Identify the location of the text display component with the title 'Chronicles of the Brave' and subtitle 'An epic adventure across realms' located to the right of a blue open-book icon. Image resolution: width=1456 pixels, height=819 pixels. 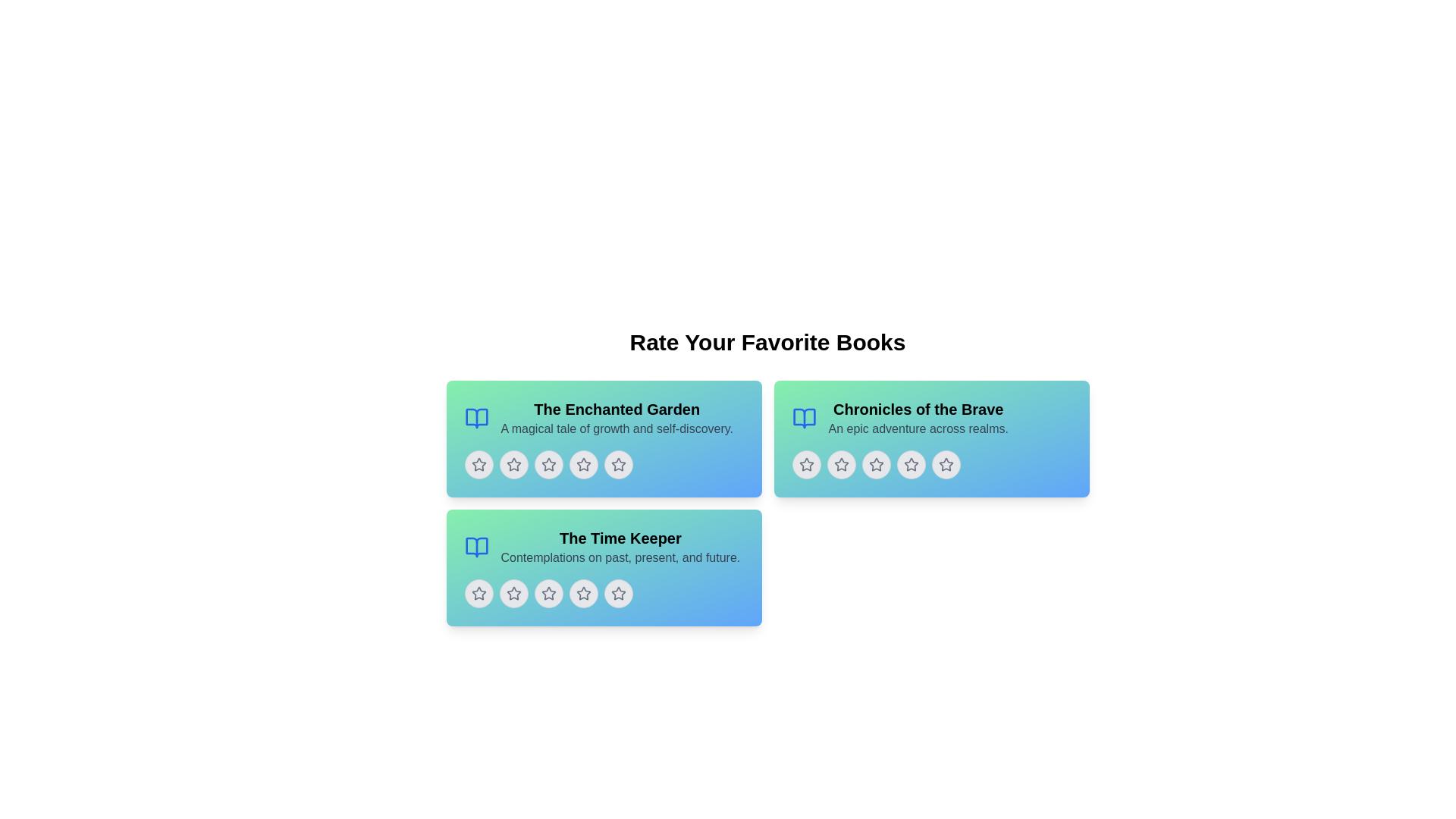
(930, 418).